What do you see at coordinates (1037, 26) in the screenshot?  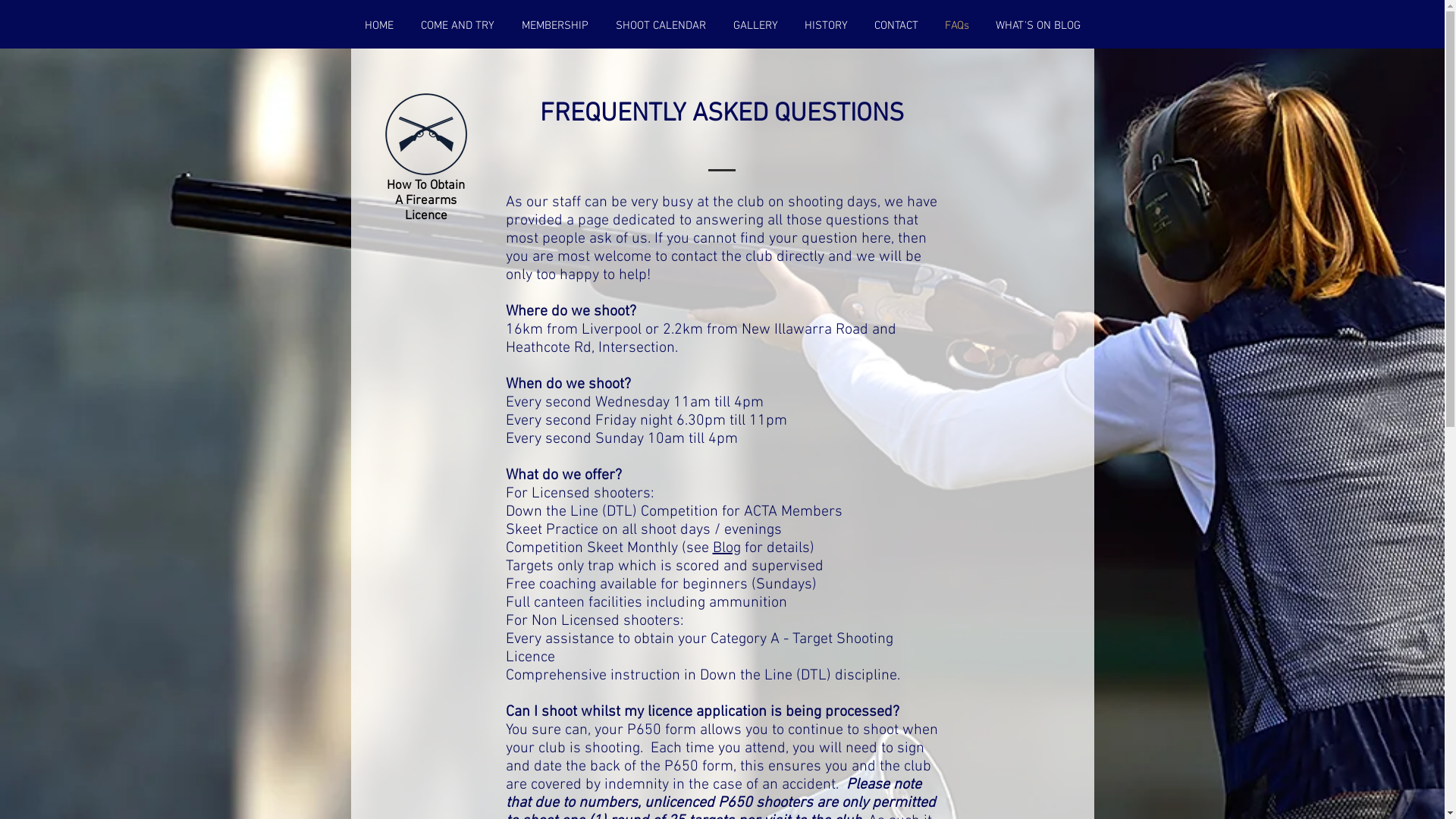 I see `'WHAT'S ON BLOG'` at bounding box center [1037, 26].